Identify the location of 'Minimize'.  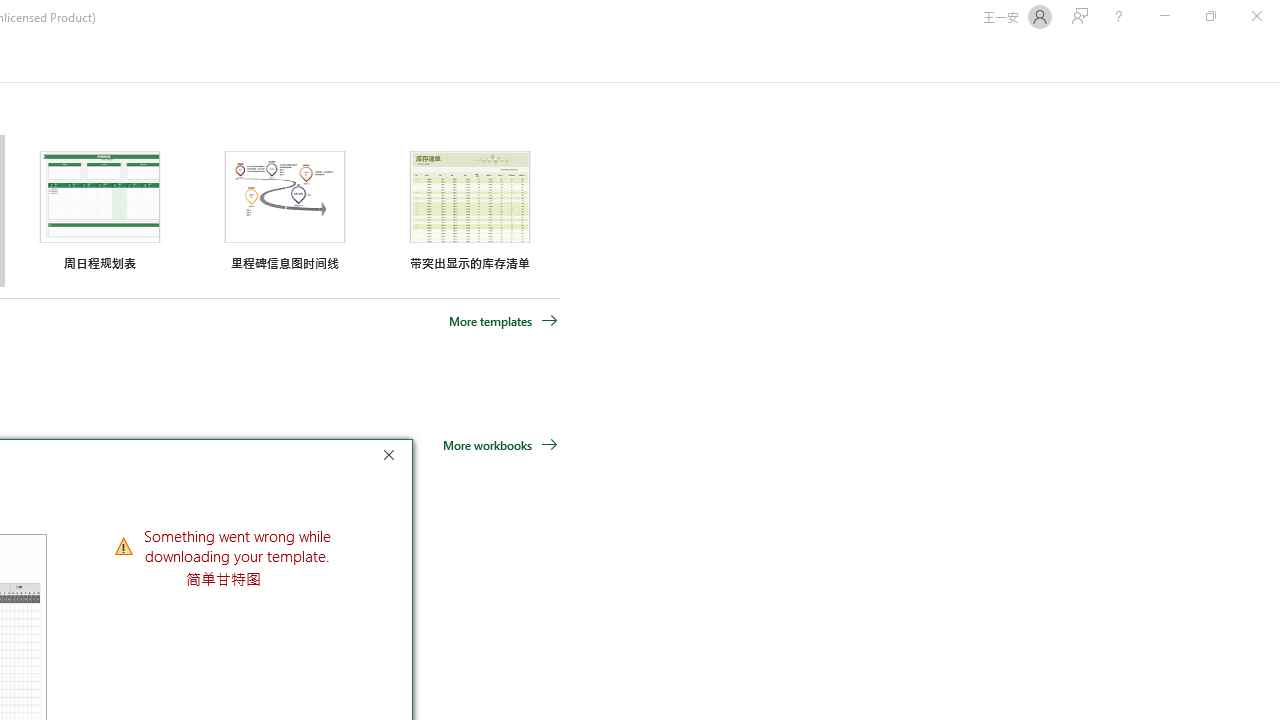
(1164, 16).